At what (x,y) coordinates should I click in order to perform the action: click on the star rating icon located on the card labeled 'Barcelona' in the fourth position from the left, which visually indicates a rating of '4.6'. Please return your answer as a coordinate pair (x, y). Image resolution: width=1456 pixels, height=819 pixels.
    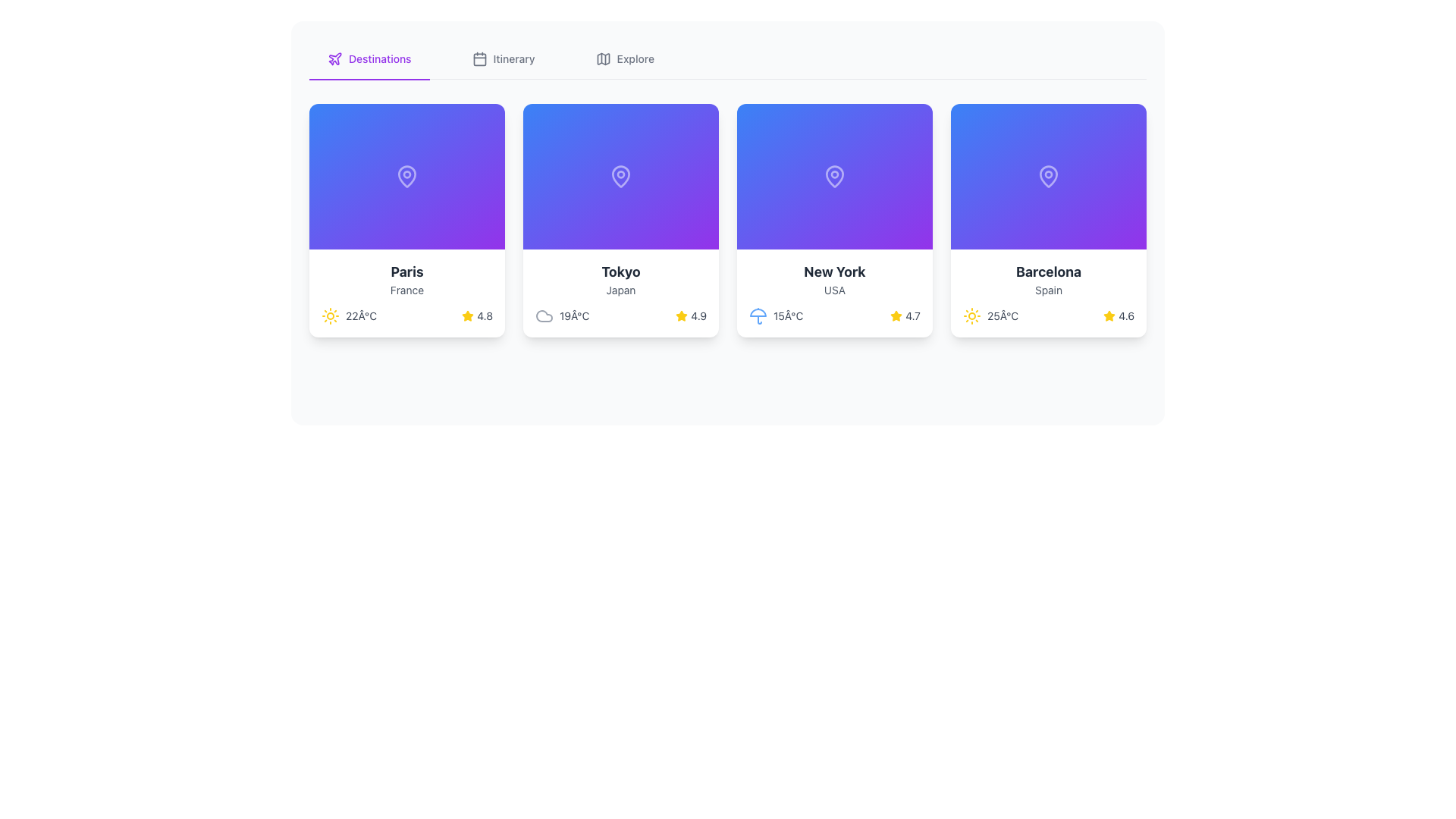
    Looking at the image, I should click on (1109, 315).